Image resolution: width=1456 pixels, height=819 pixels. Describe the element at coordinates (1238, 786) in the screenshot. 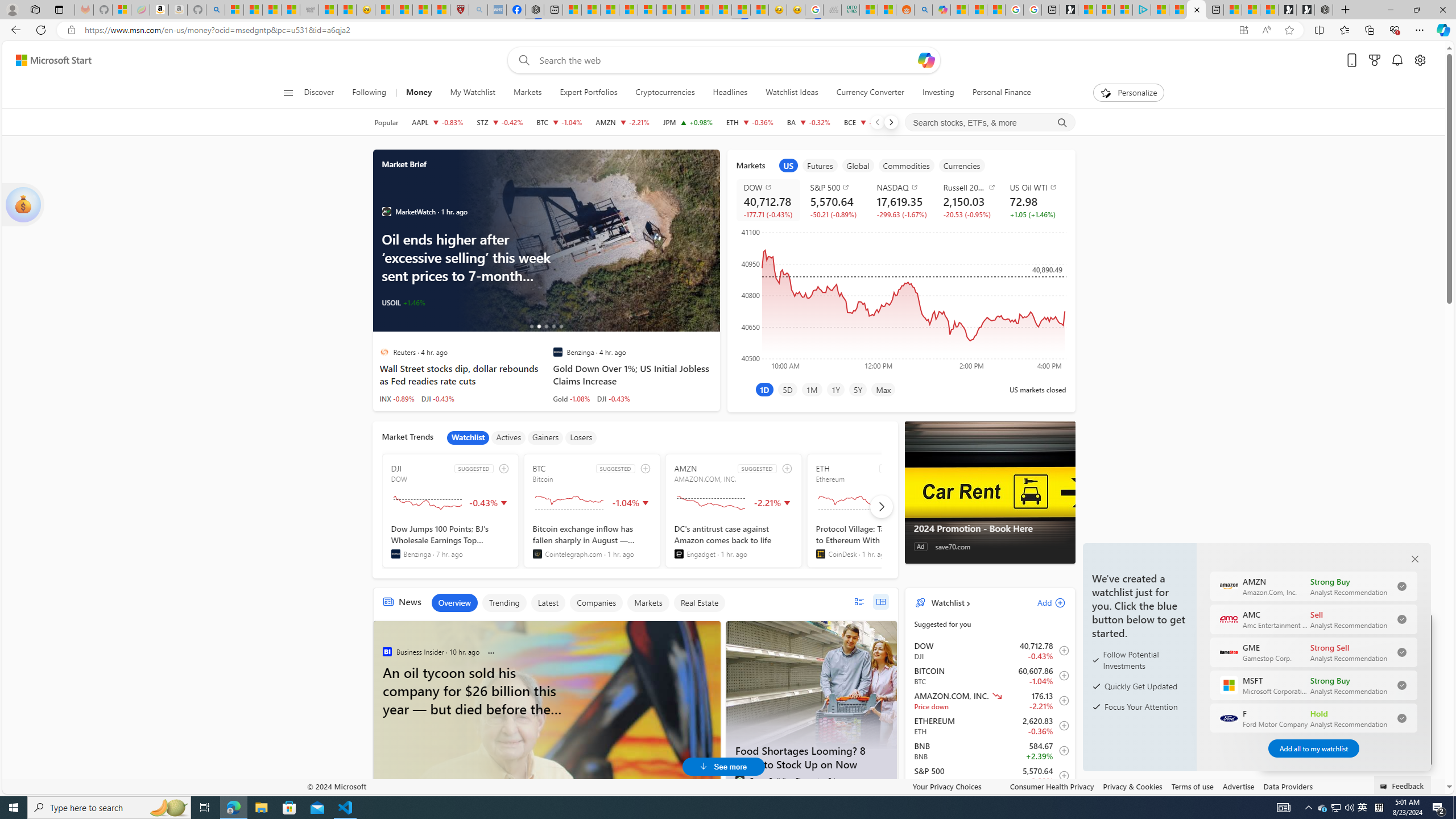

I see `'Advertise'` at that location.